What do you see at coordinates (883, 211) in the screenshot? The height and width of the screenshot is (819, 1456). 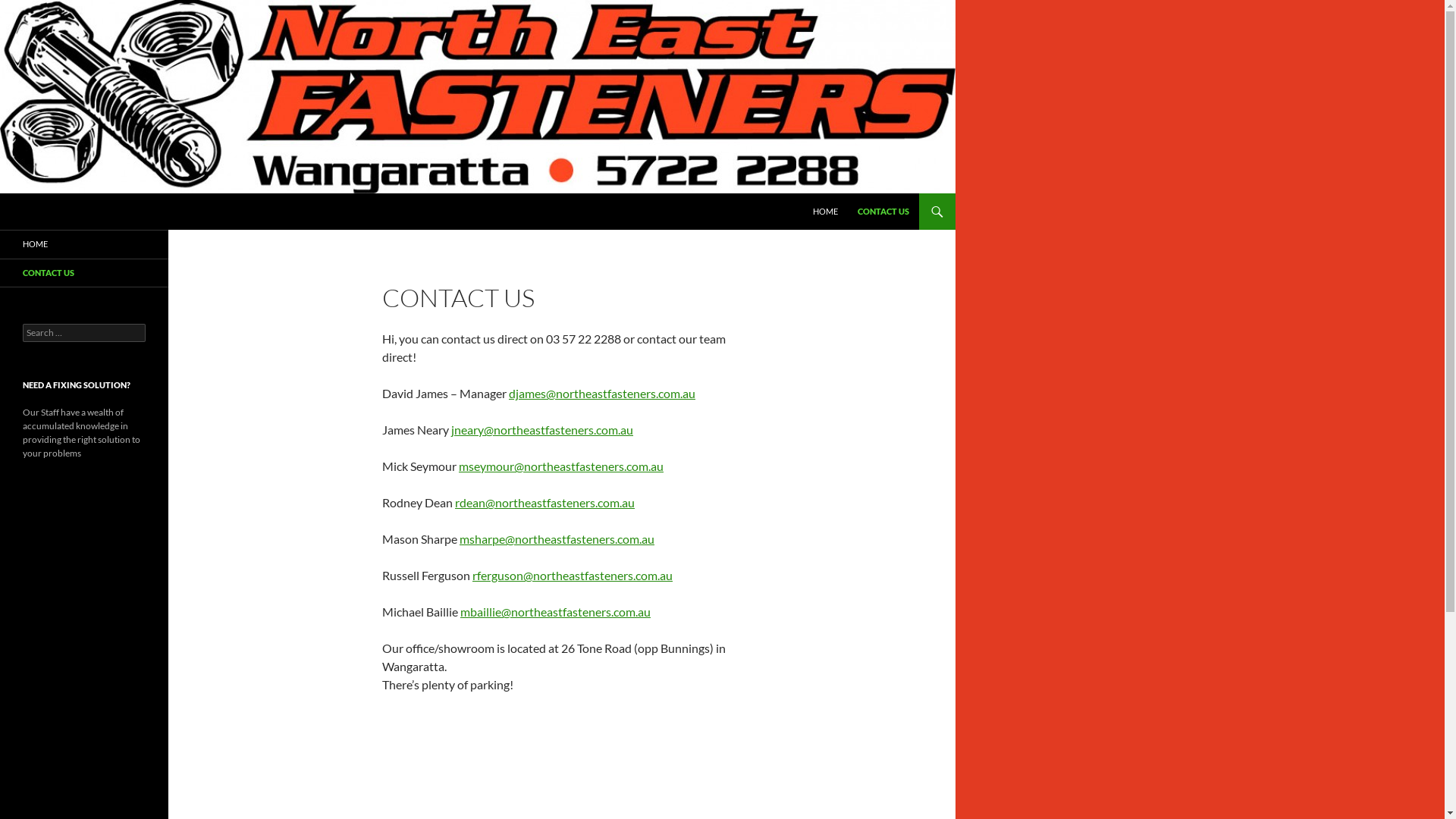 I see `'CONTACT US'` at bounding box center [883, 211].